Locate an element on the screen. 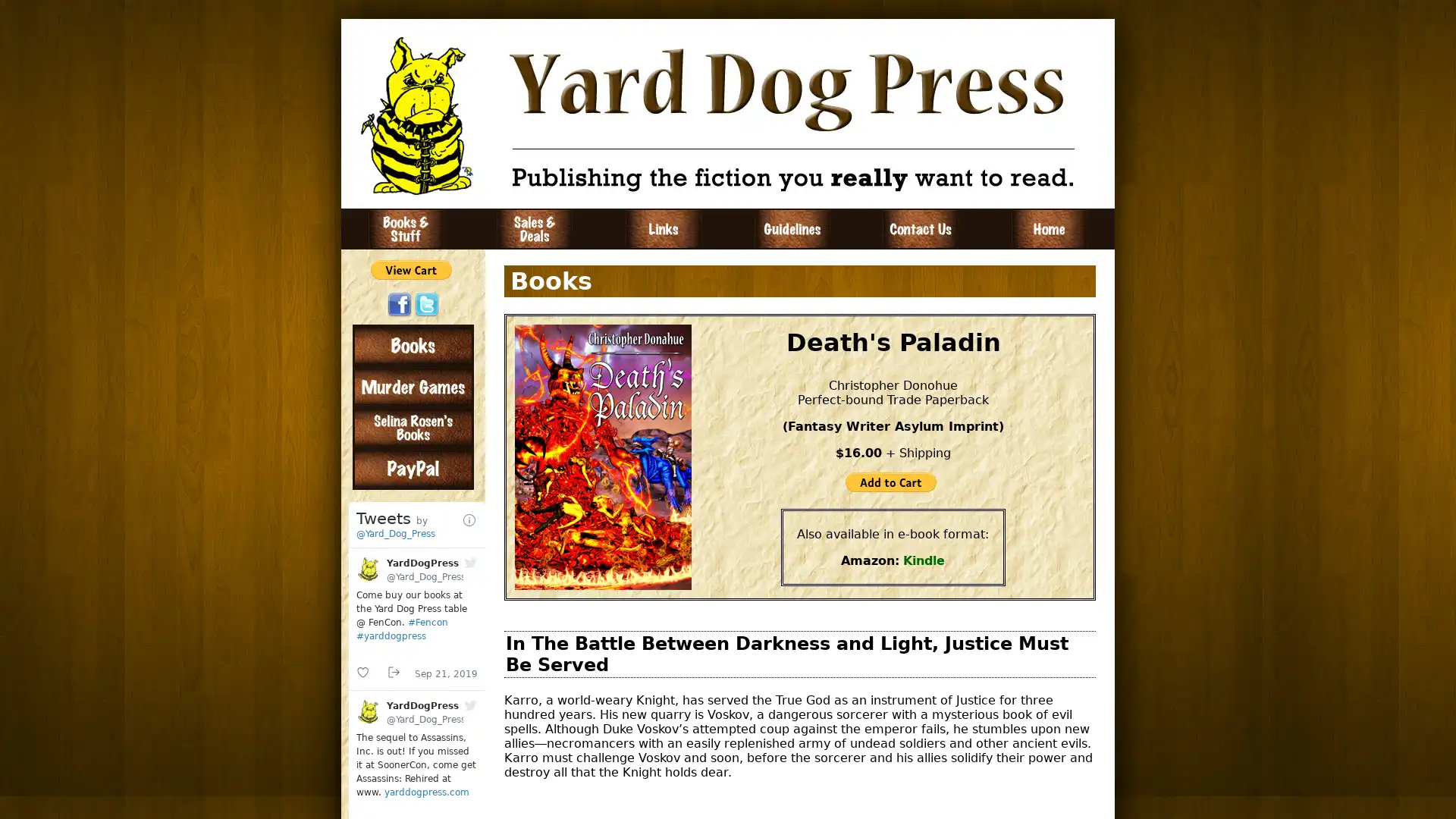 This screenshot has width=1456, height=819. PayPal - The safer, easier way to pay online! is located at coordinates (890, 482).